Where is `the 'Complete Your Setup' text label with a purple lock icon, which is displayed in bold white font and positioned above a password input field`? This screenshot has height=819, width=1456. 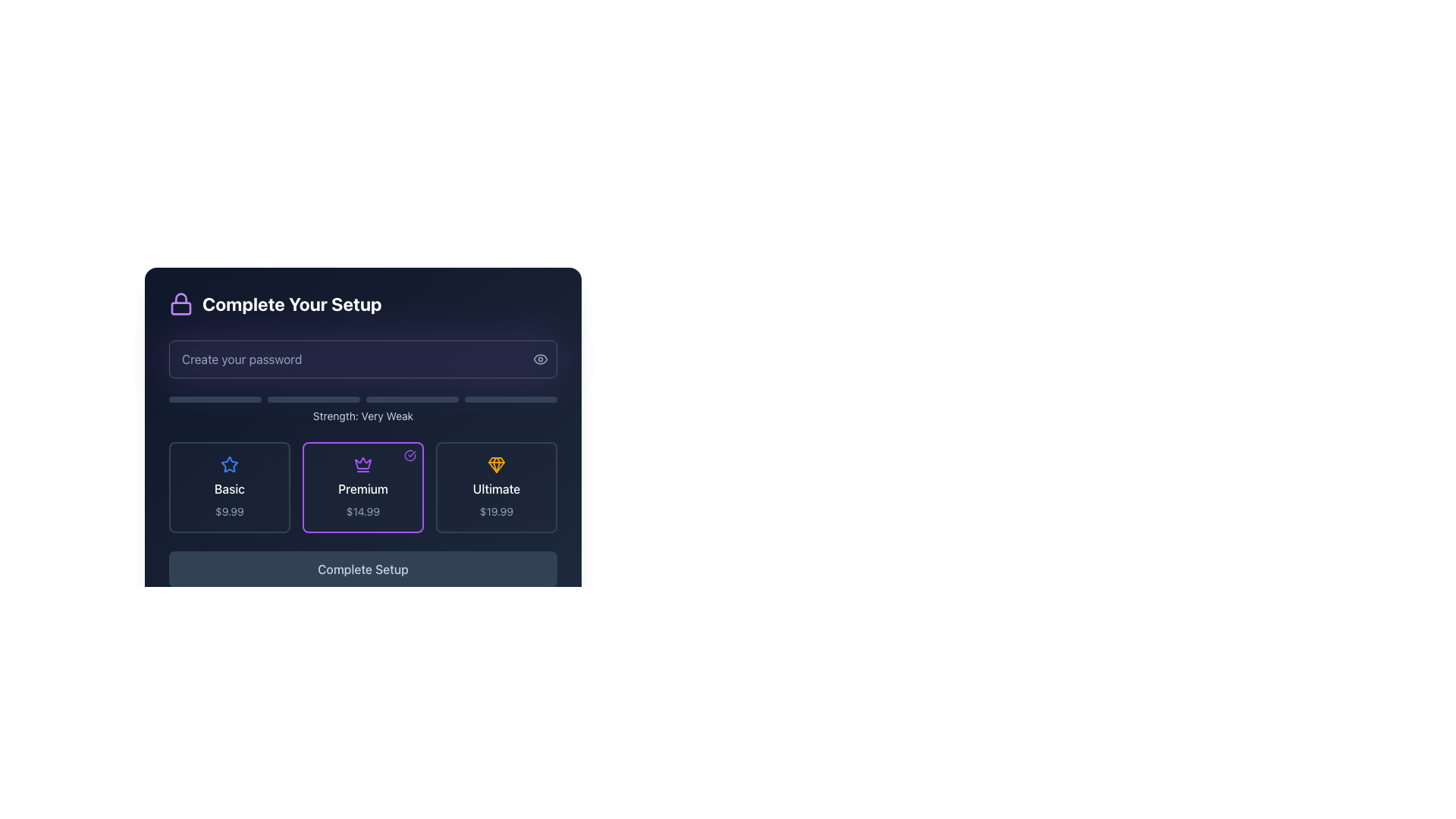
the 'Complete Your Setup' text label with a purple lock icon, which is displayed in bold white font and positioned above a password input field is located at coordinates (362, 304).